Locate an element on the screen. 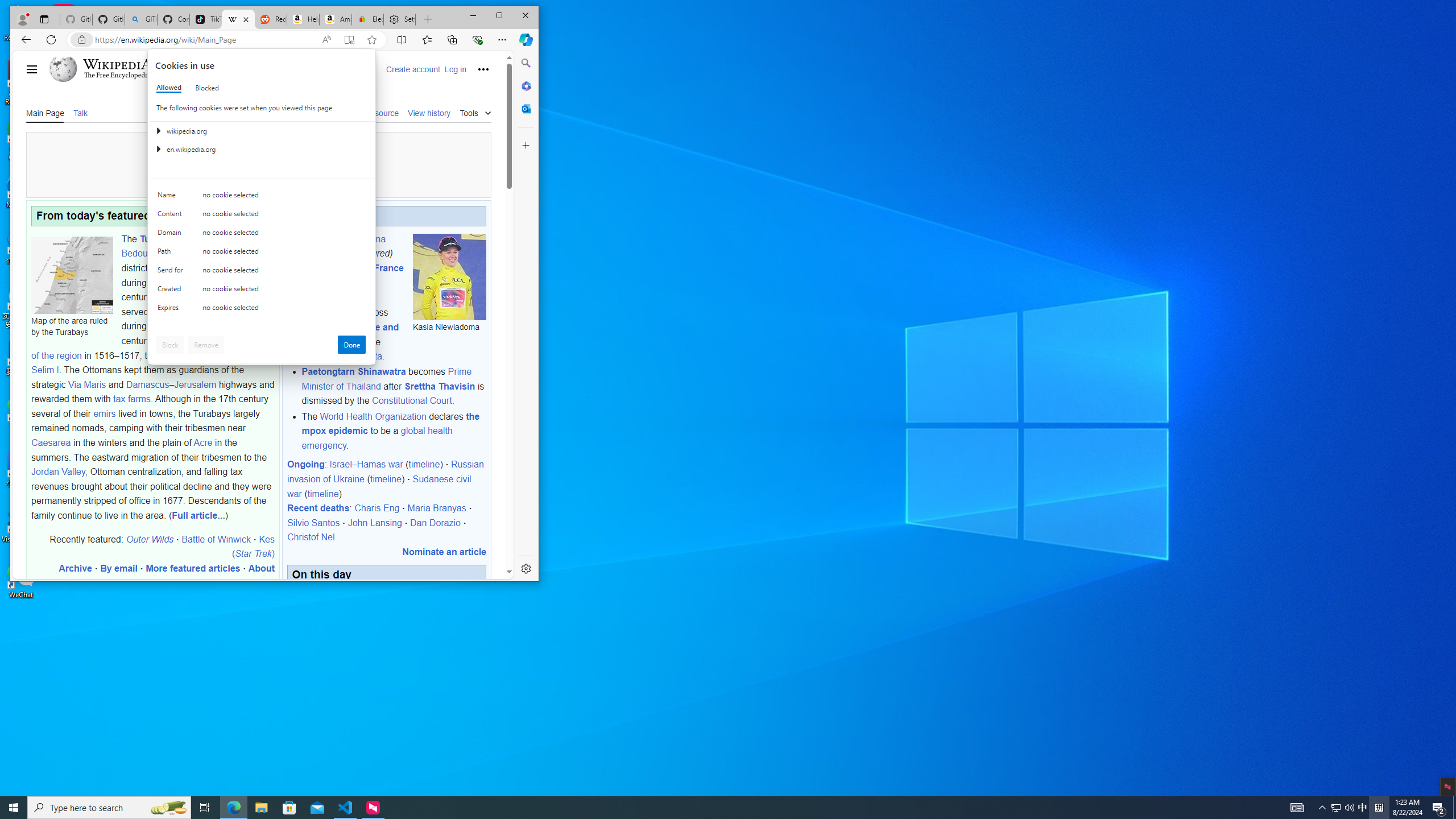 The width and height of the screenshot is (1456, 819). 'AutomationID: 4105' is located at coordinates (1296, 806).